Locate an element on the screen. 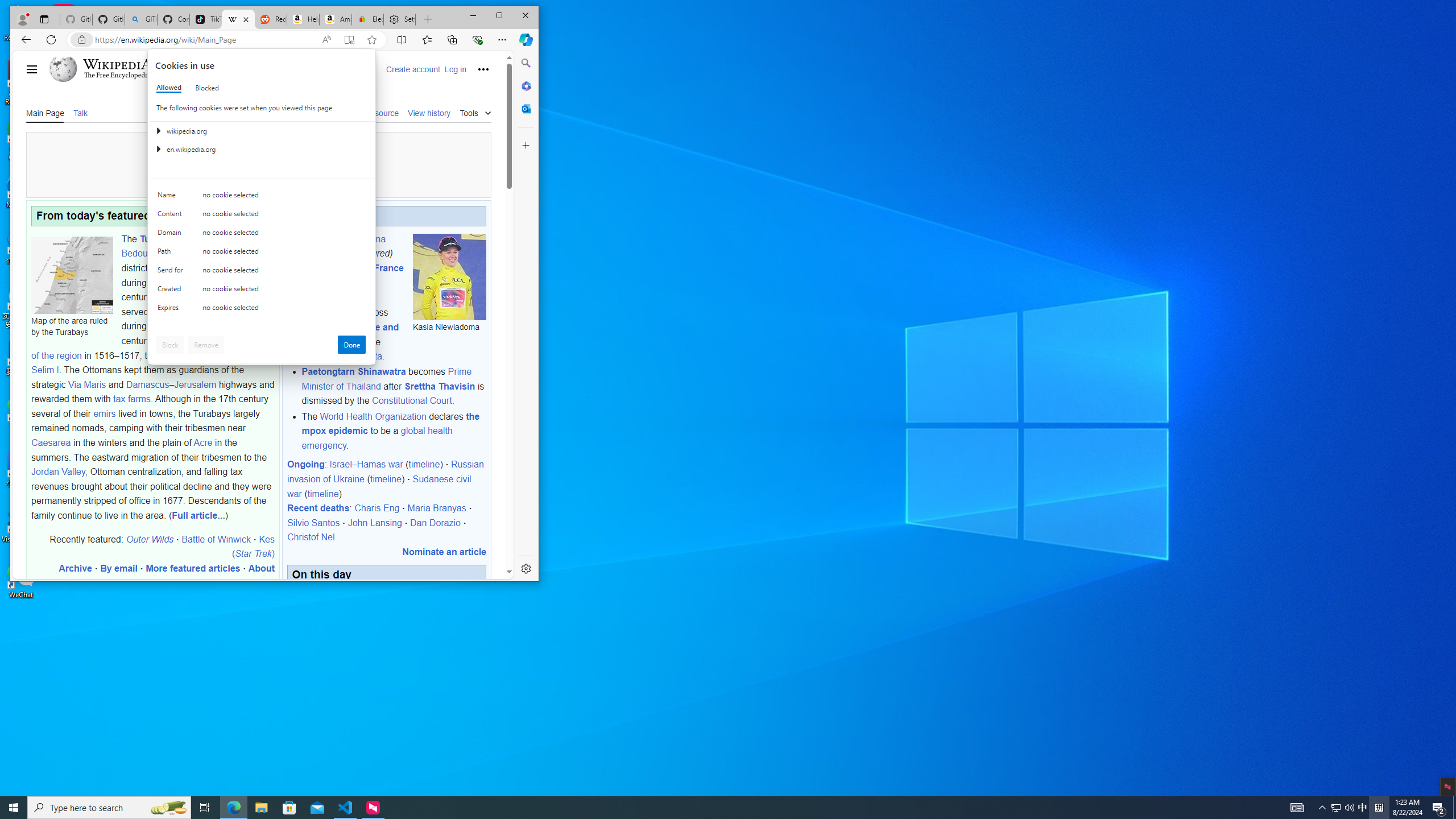 The width and height of the screenshot is (1456, 819). 'AutomationID: 4105' is located at coordinates (1296, 806).